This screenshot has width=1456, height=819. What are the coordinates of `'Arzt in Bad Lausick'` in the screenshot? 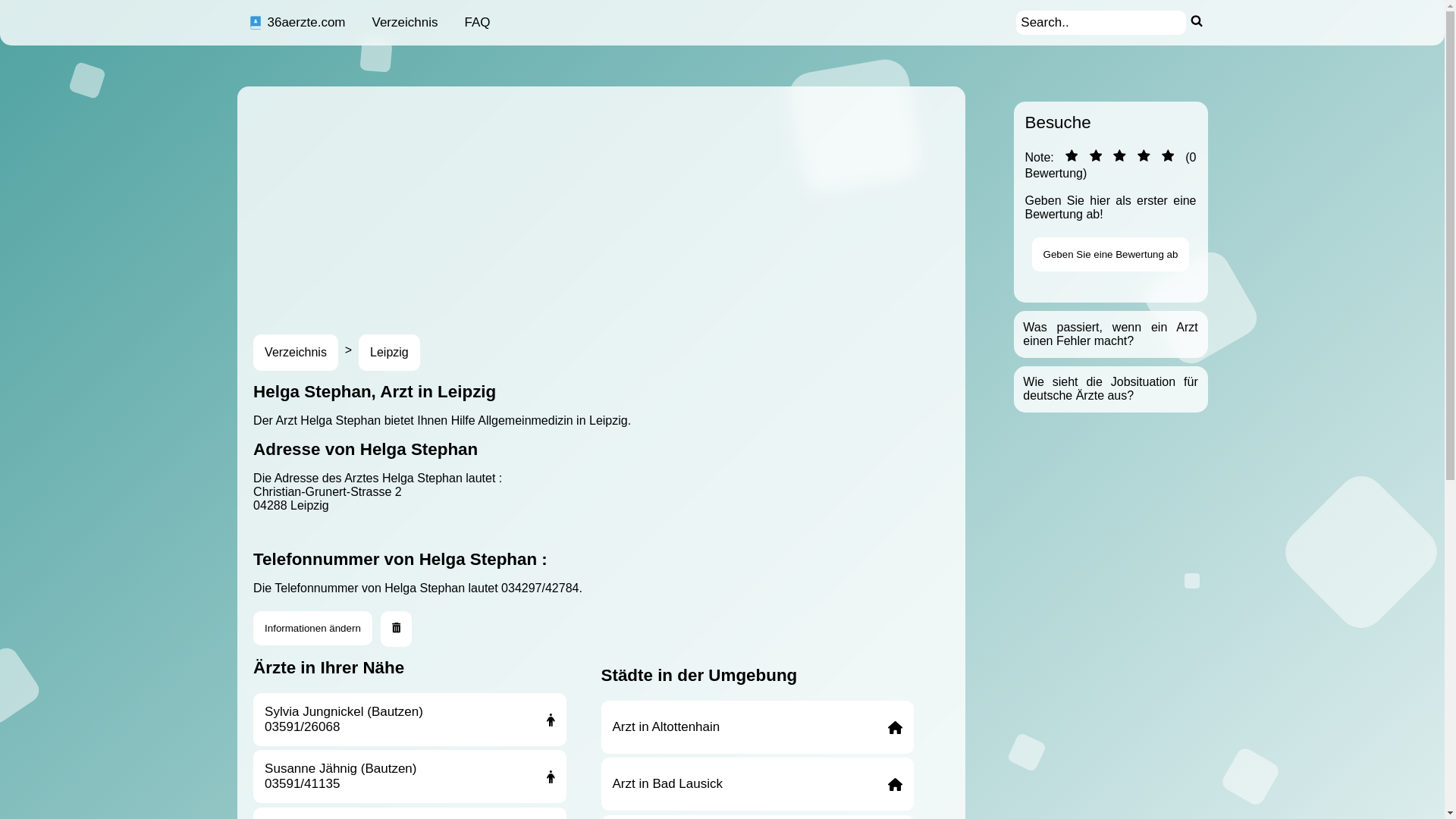 It's located at (757, 783).